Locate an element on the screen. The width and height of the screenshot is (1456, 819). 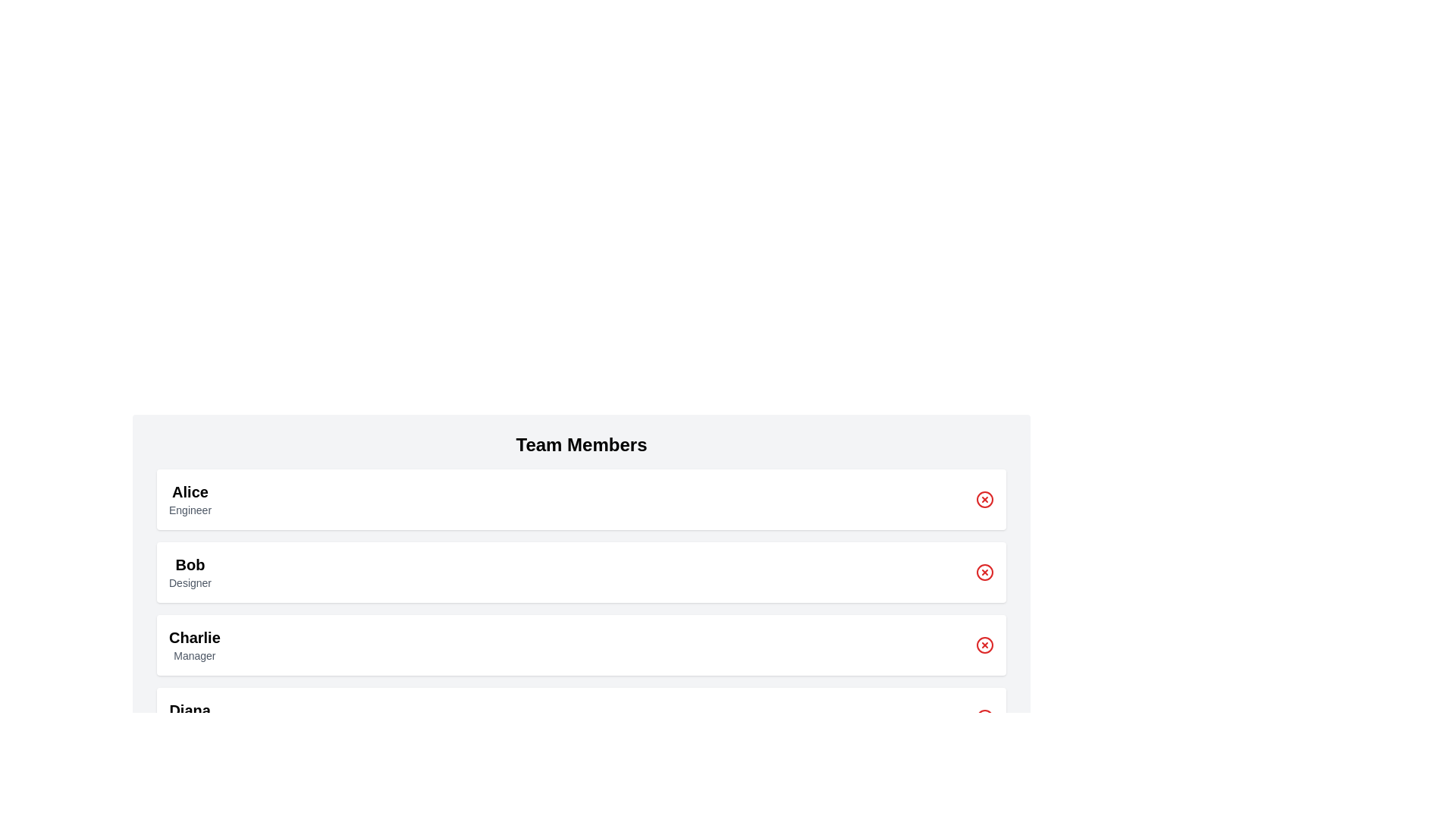
the circular SVG component that is part of the 'x' icon indicating a delete or close action for the associated team member entry is located at coordinates (985, 717).